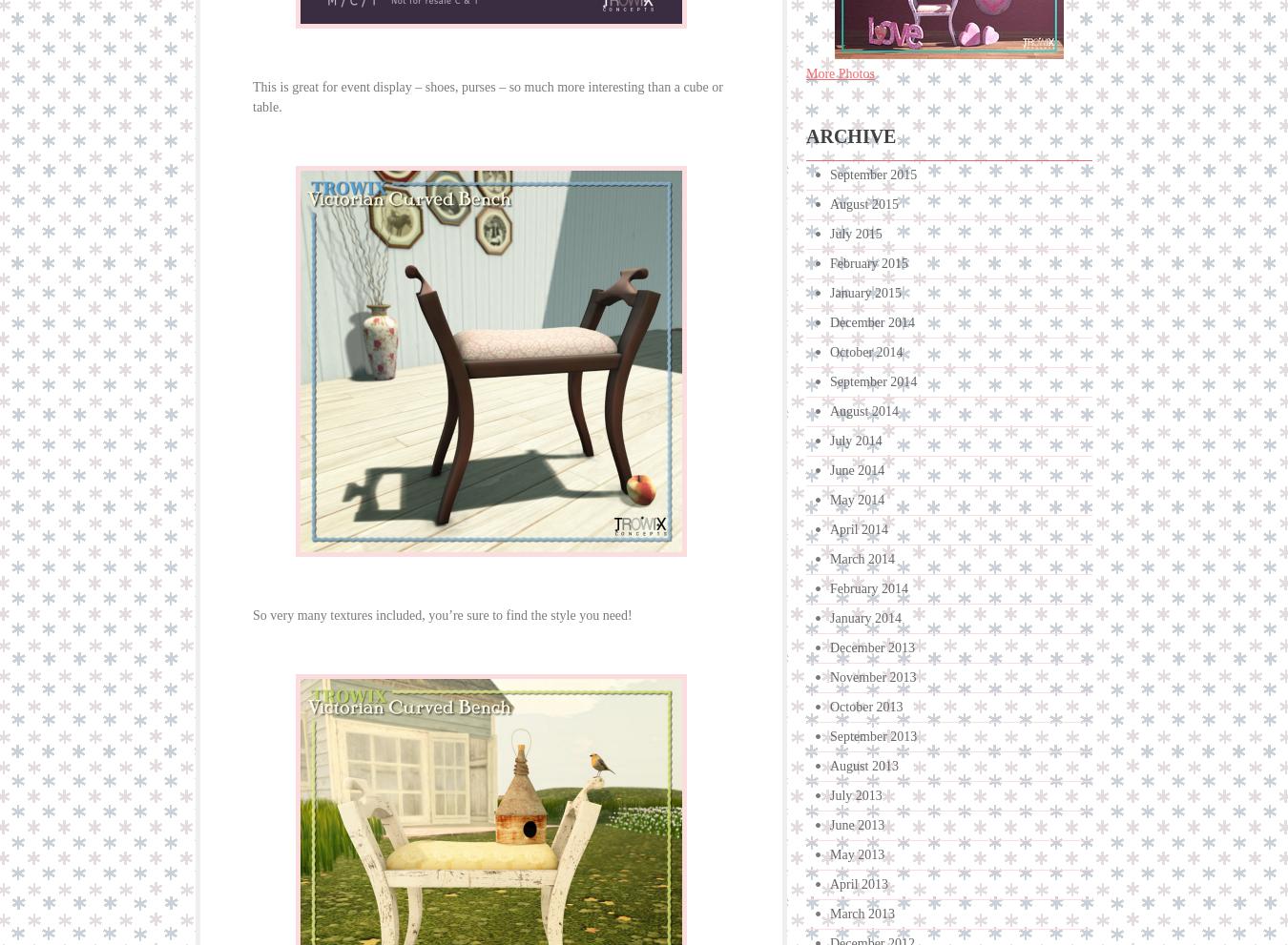 The image size is (1288, 945). I want to click on 'August 2015', so click(862, 203).